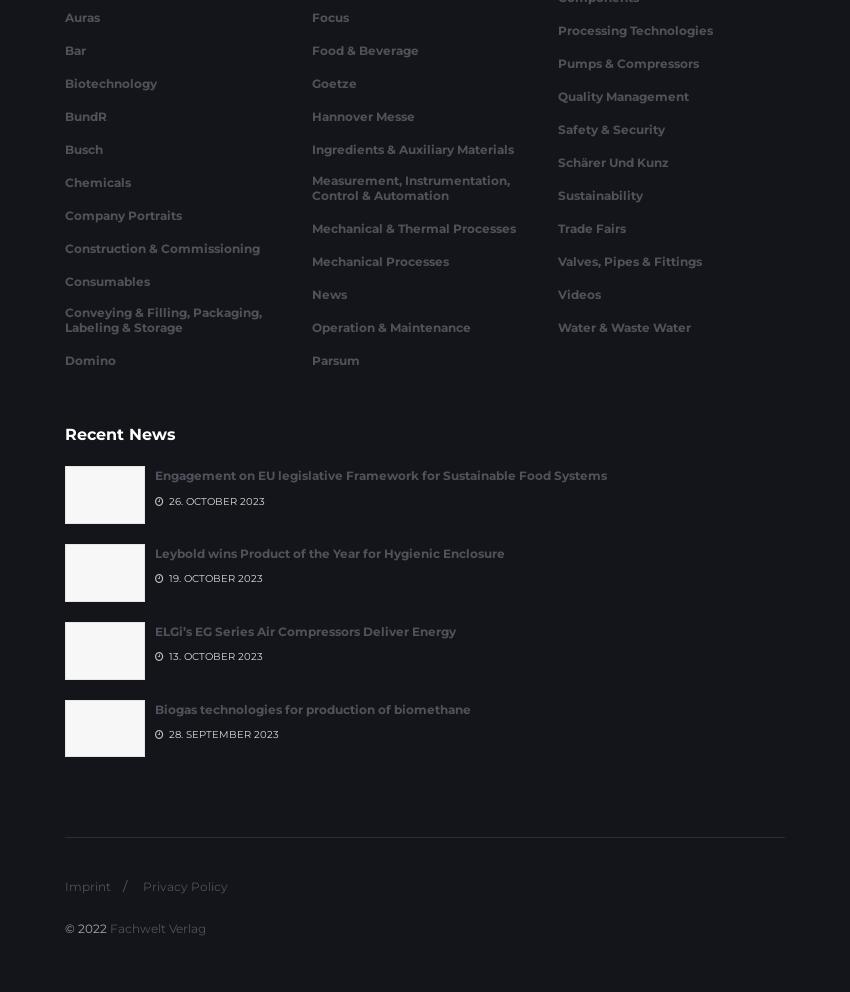  Describe the element at coordinates (390, 433) in the screenshot. I see `'Operation & Maintenance'` at that location.